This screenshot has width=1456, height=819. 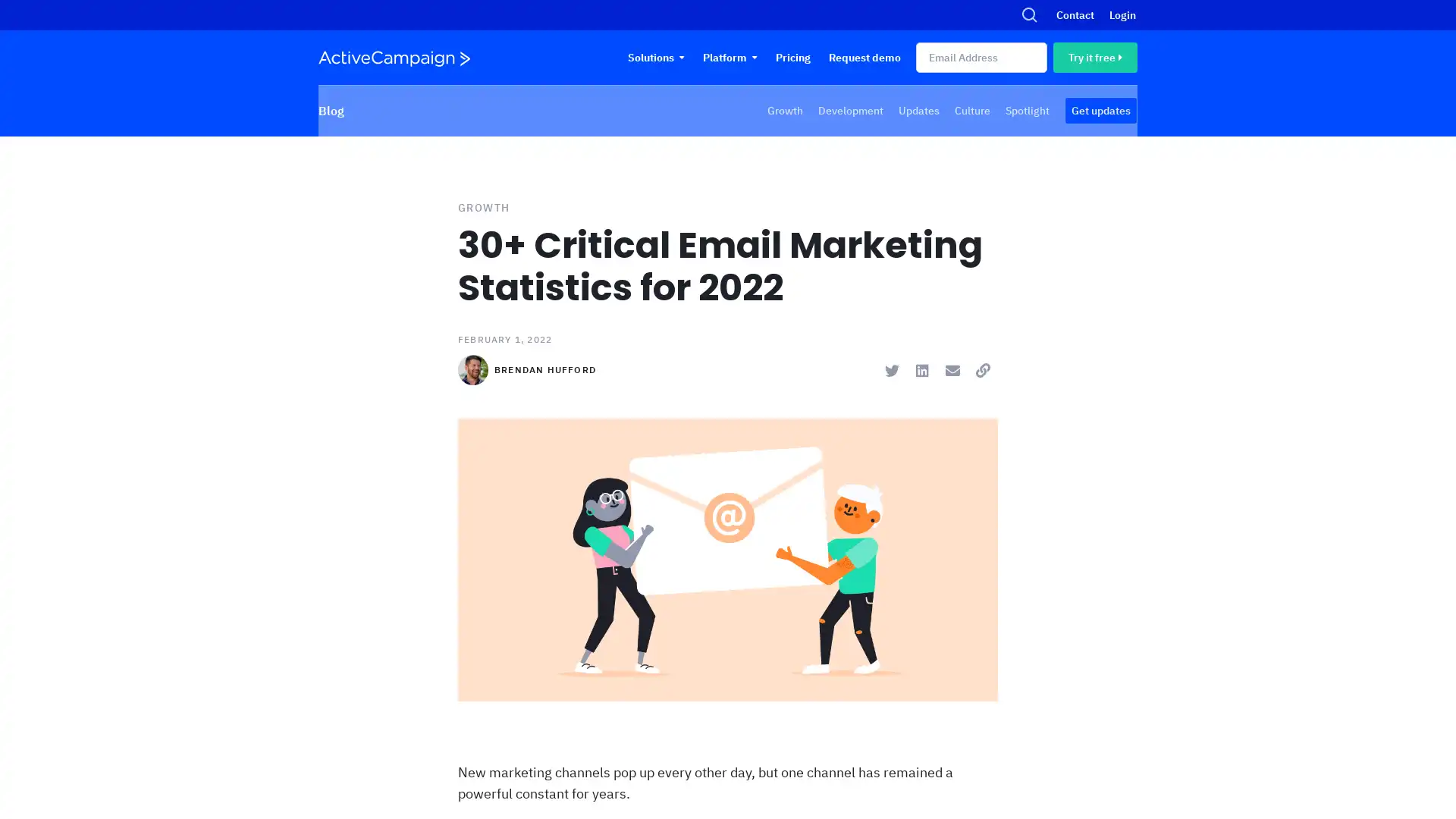 What do you see at coordinates (1094, 57) in the screenshot?
I see `Try it free` at bounding box center [1094, 57].